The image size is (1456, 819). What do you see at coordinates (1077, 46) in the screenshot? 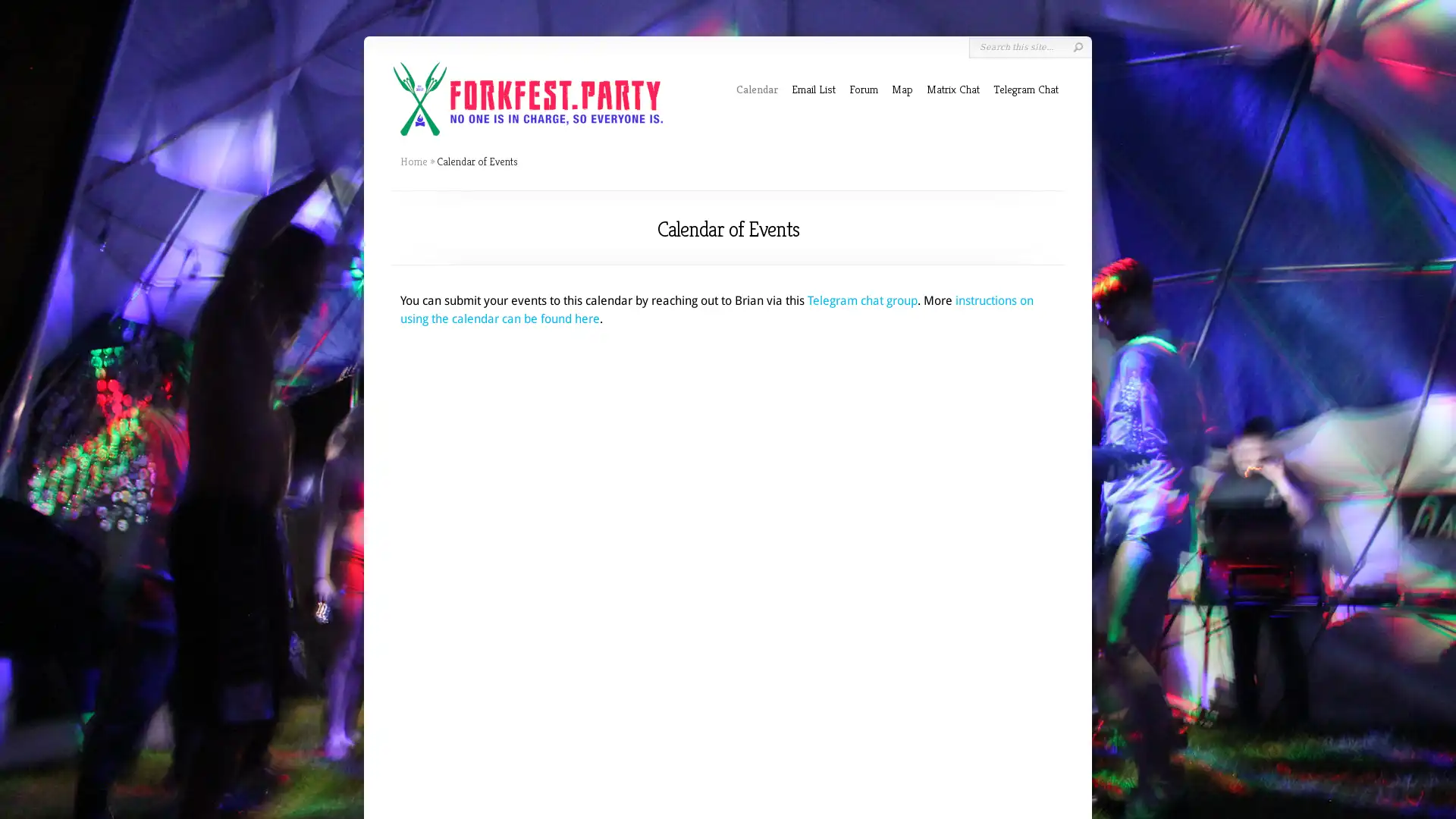
I see `Submit` at bounding box center [1077, 46].